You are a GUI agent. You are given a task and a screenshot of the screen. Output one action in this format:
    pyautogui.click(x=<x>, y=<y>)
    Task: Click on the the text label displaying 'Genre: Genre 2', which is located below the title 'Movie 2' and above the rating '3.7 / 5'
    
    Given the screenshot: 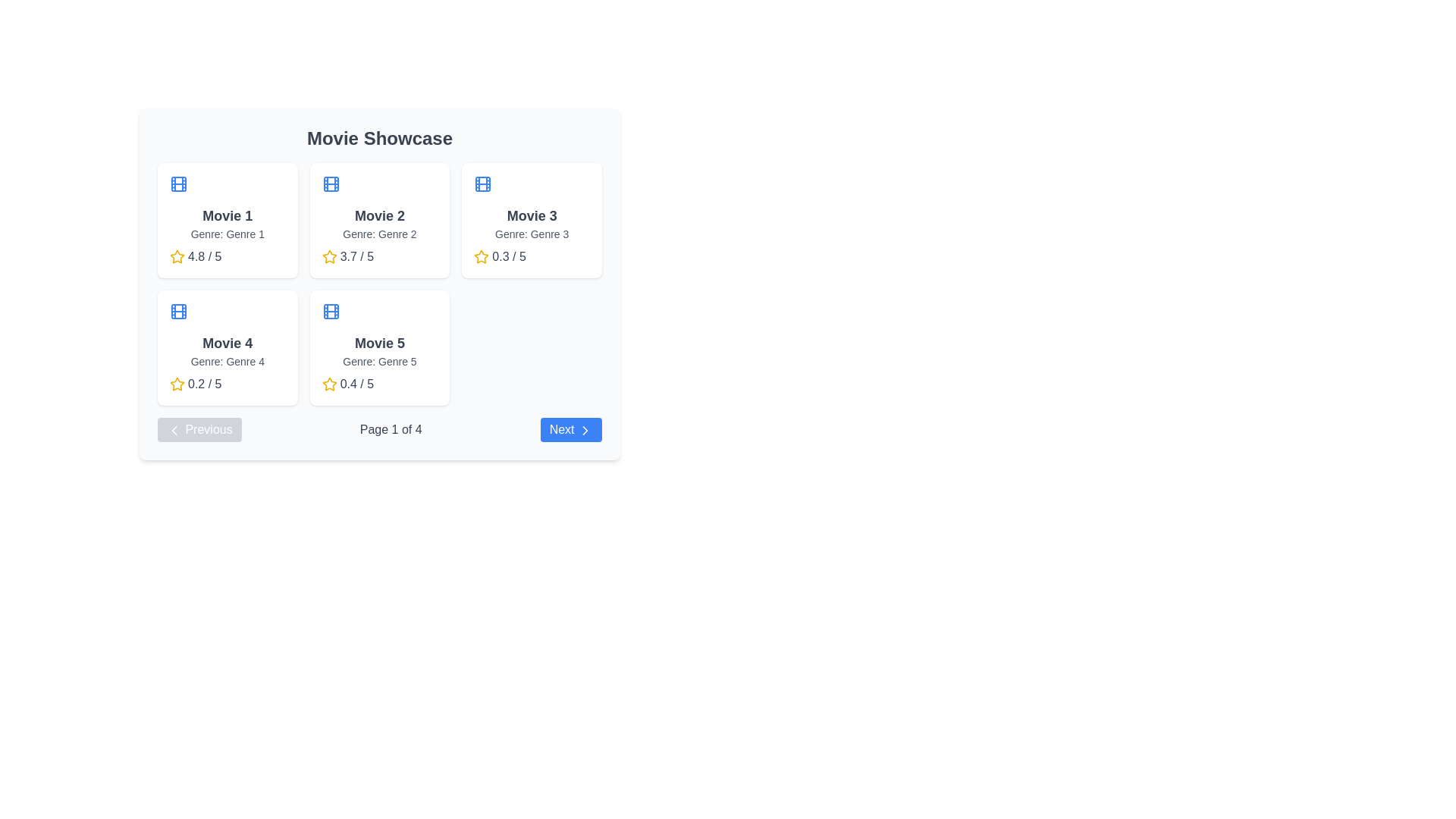 What is the action you would take?
    pyautogui.click(x=379, y=234)
    